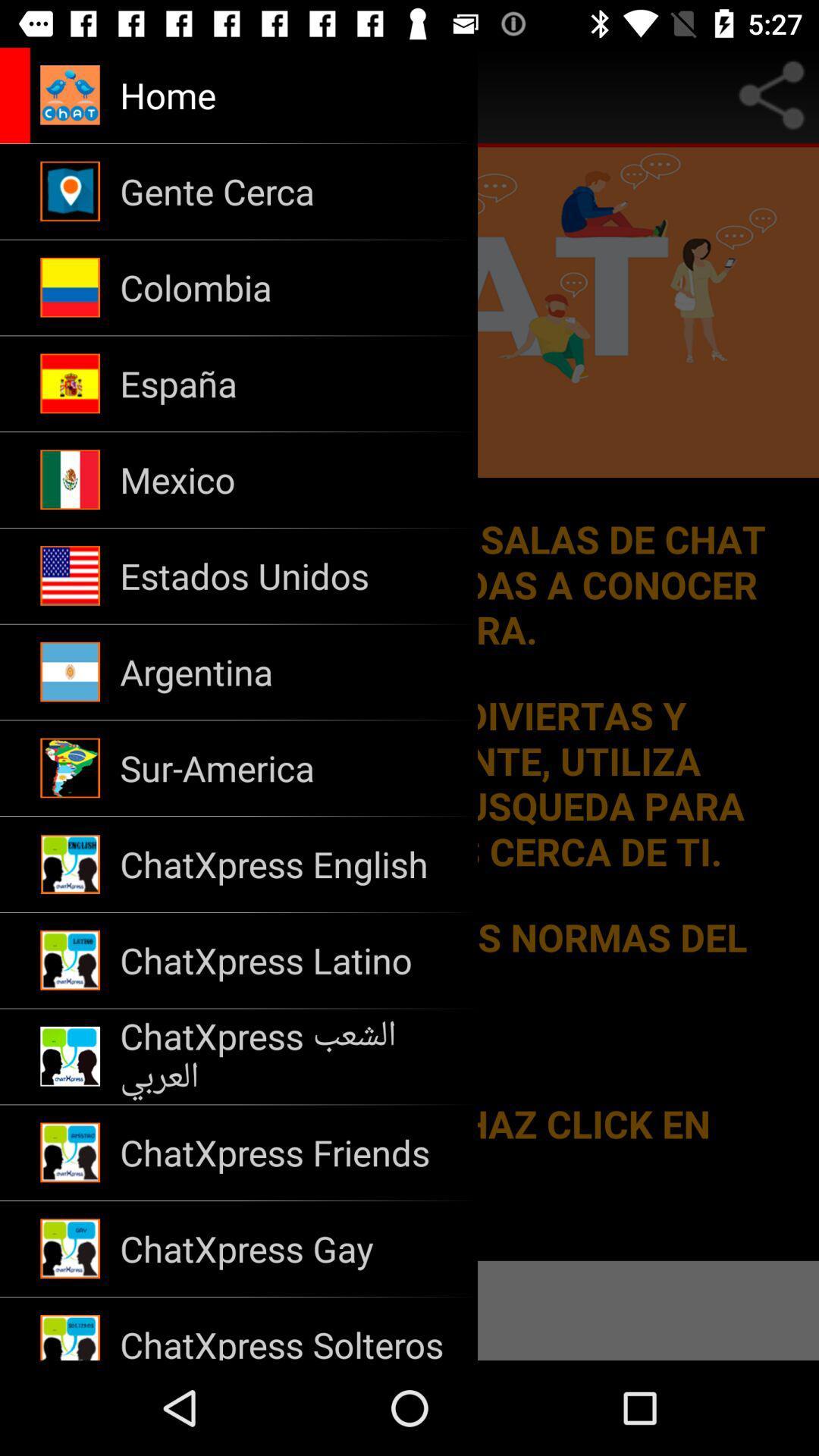  Describe the element at coordinates (771, 94) in the screenshot. I see `share` at that location.